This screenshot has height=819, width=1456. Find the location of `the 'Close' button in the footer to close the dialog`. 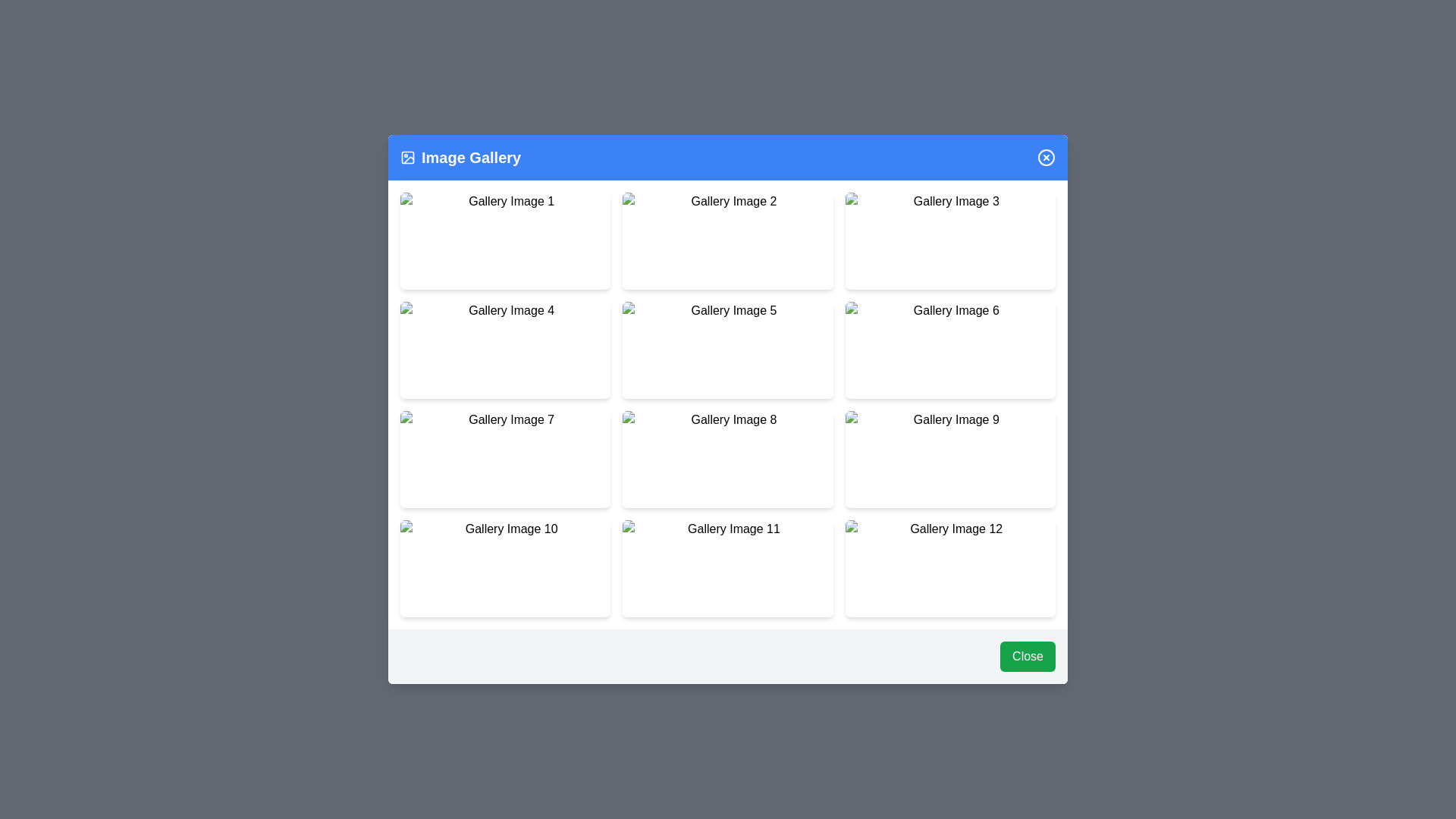

the 'Close' button in the footer to close the dialog is located at coordinates (1028, 656).